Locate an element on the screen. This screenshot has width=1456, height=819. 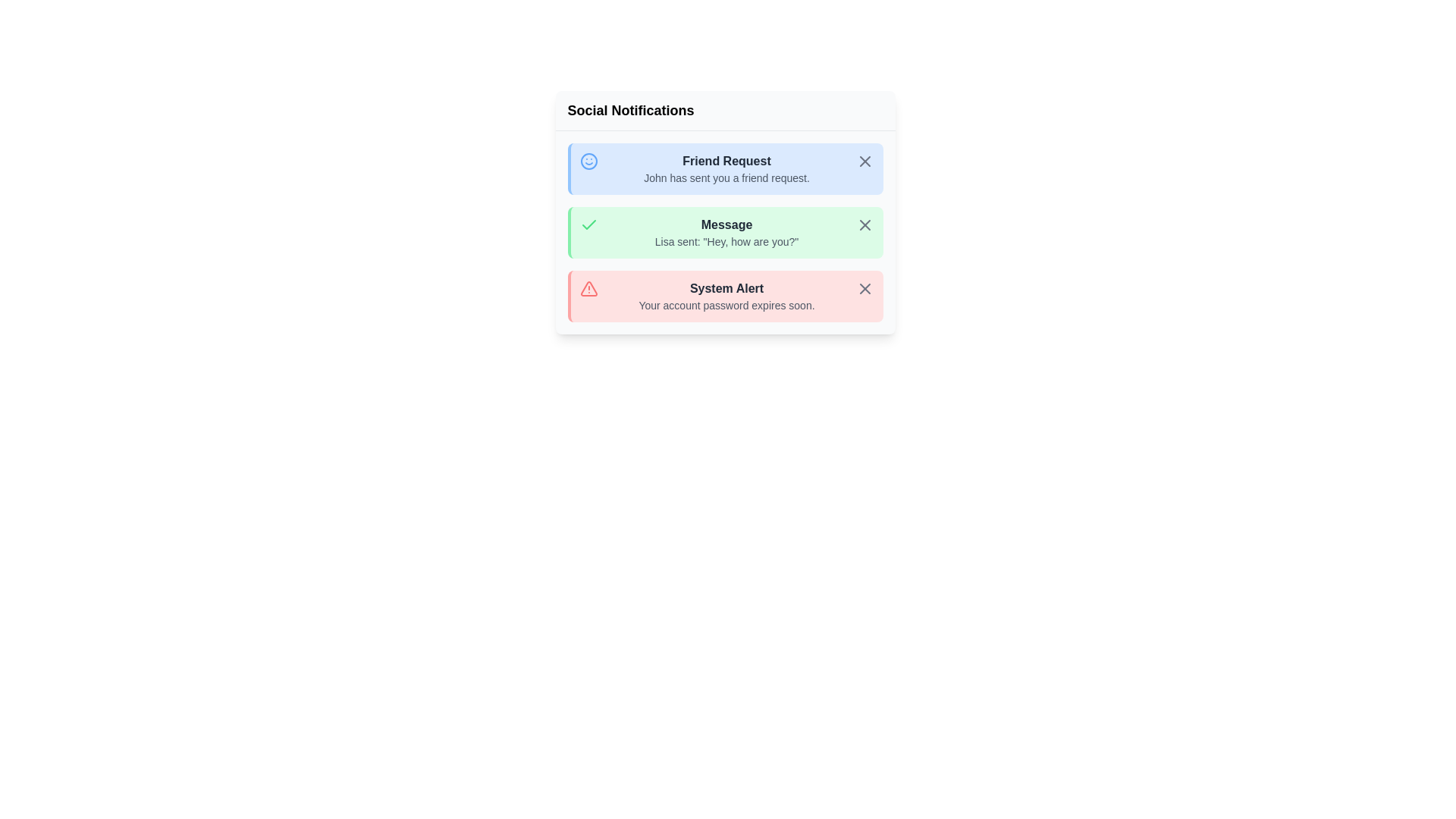
the warning icon located on the left side of the text in the 'System Alert' notification to draw attention to the associated message is located at coordinates (588, 289).